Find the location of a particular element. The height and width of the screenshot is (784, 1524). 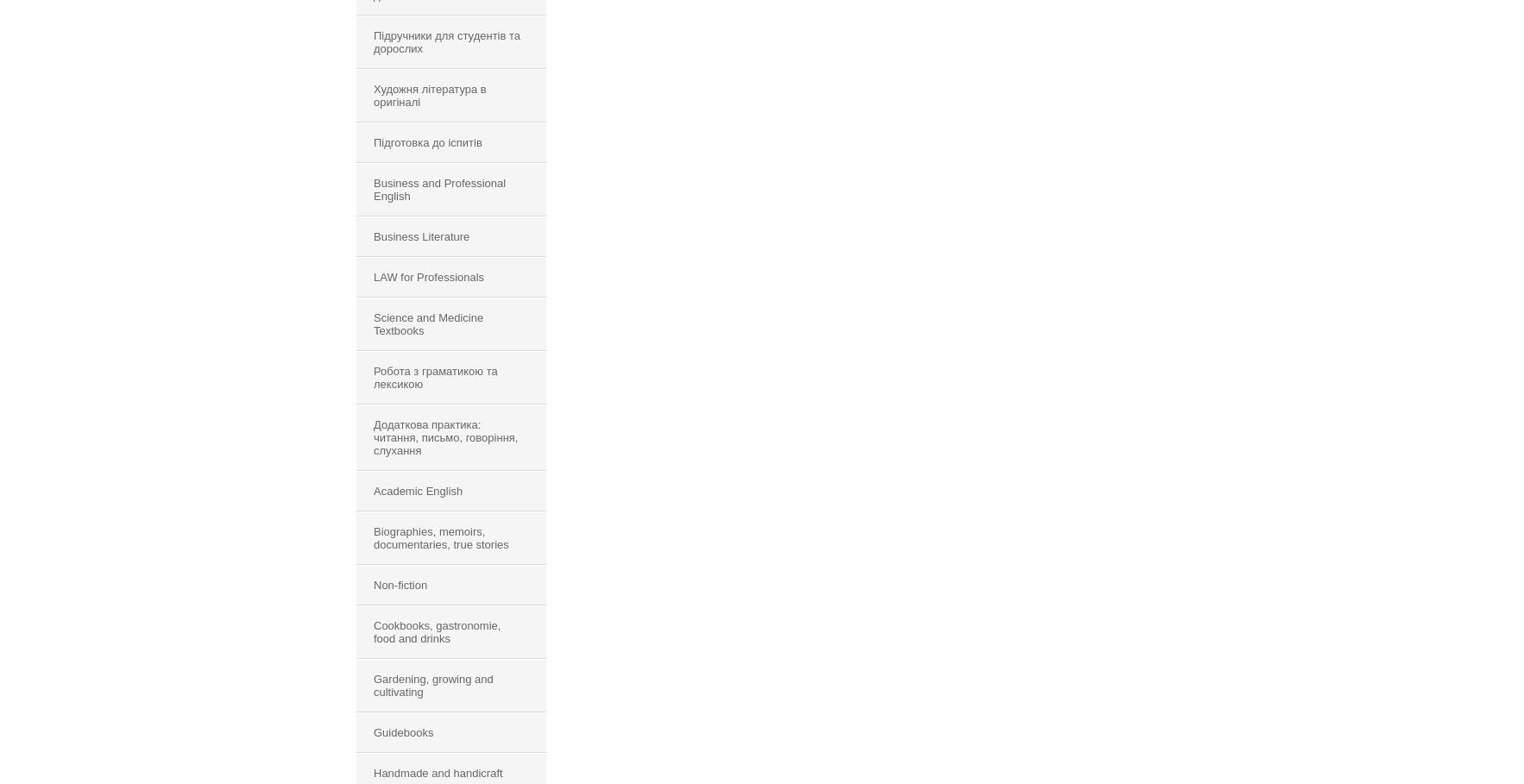

'Science and Medicine Textbooks' is located at coordinates (428, 323).